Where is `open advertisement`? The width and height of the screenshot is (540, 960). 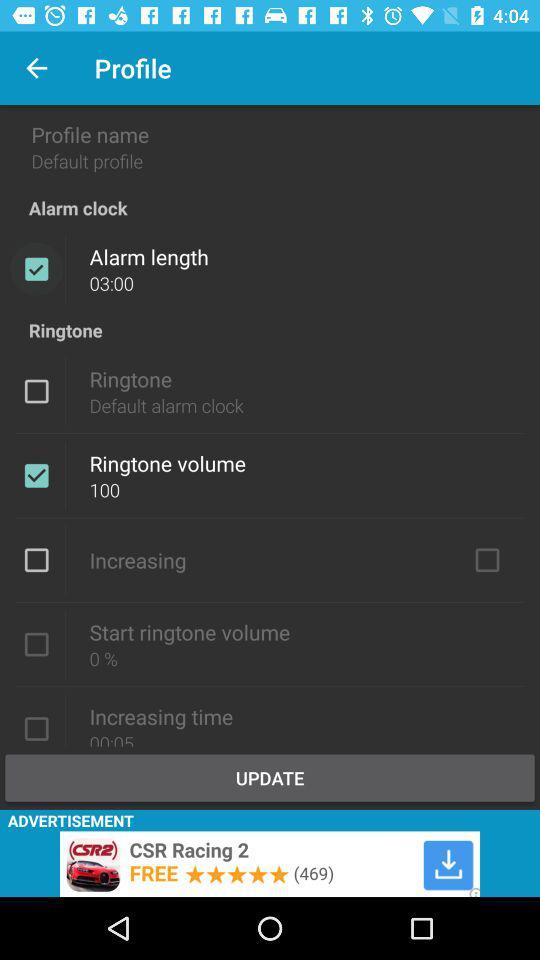 open advertisement is located at coordinates (270, 863).